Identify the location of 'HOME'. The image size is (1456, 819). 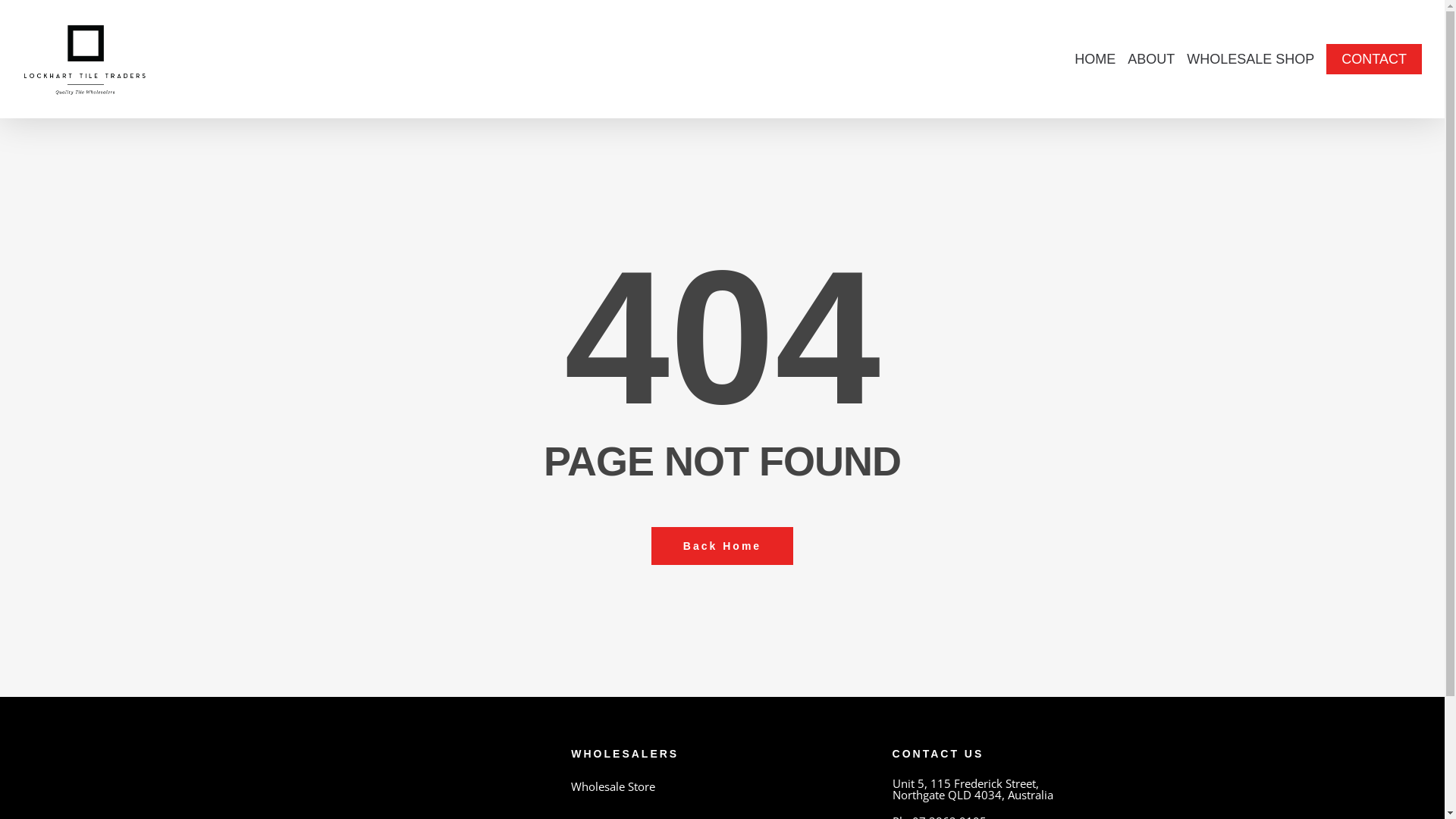
(1095, 58).